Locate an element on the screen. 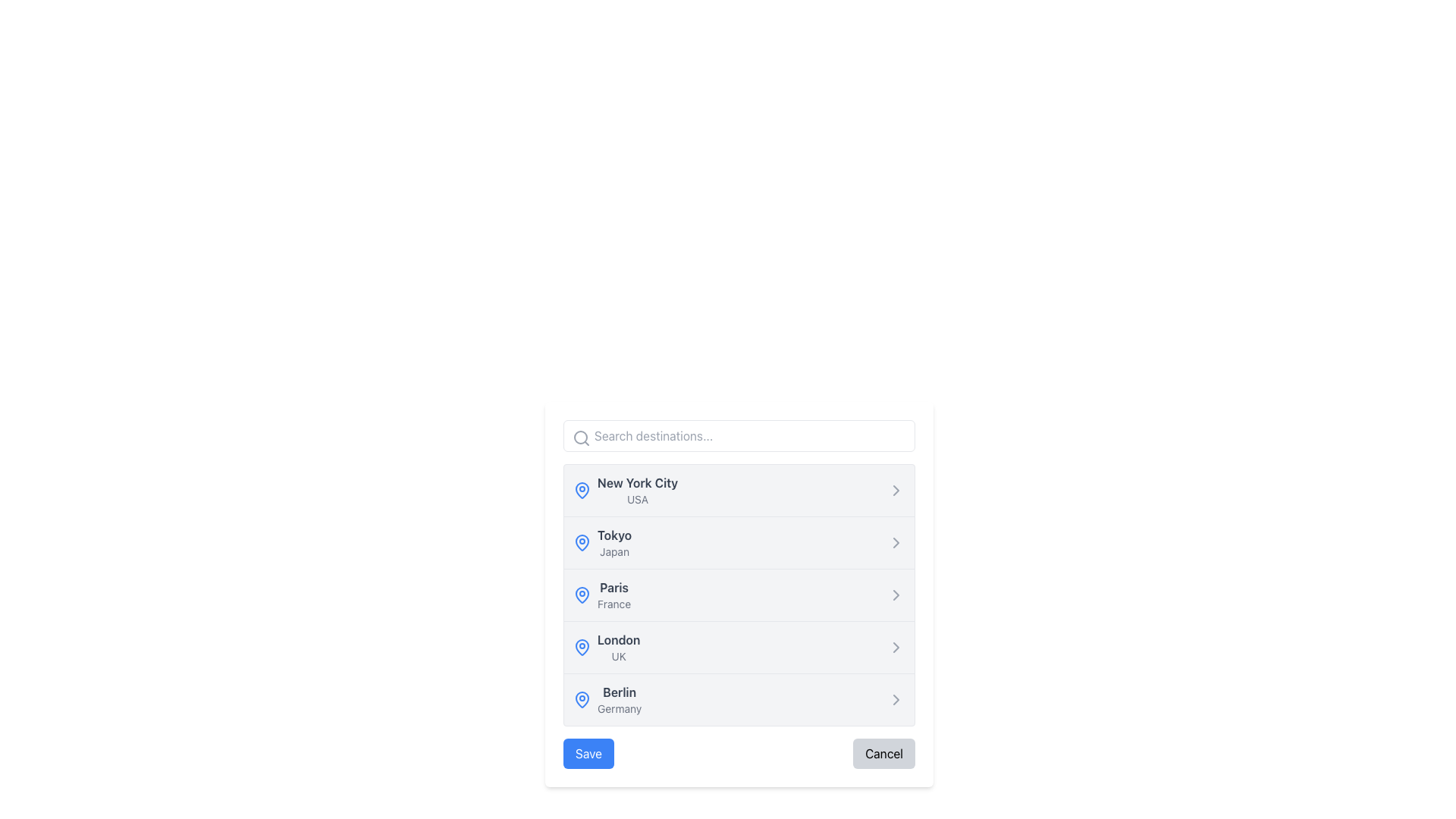 Image resolution: width=1456 pixels, height=819 pixels. the location pin icon that signifies the associated location 'Paris' in the list, positioned before the text block displaying 'Paris' is located at coordinates (582, 595).